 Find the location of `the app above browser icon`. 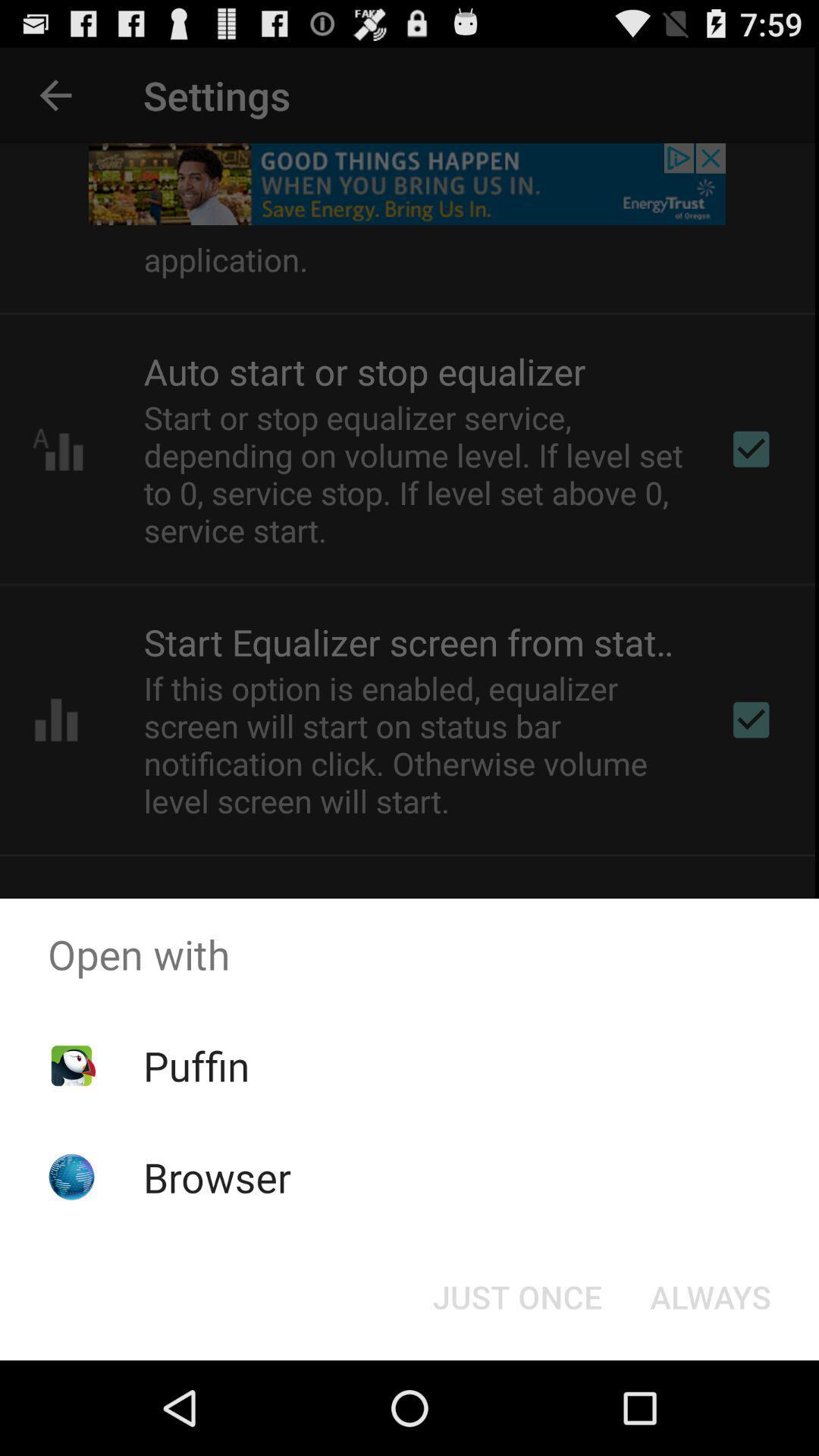

the app above browser icon is located at coordinates (196, 1065).